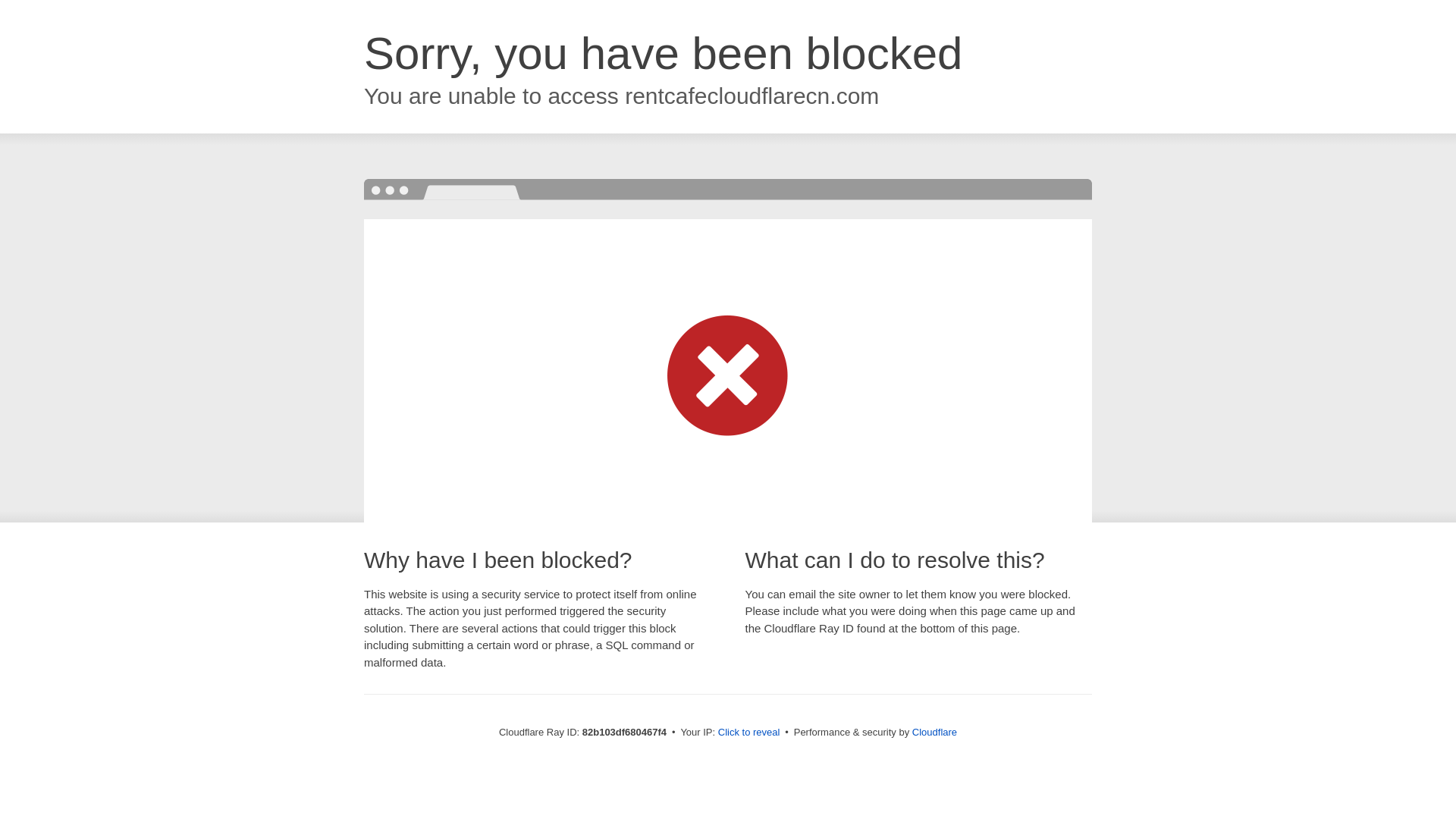  What do you see at coordinates (717, 731) in the screenshot?
I see `'Click to reveal'` at bounding box center [717, 731].